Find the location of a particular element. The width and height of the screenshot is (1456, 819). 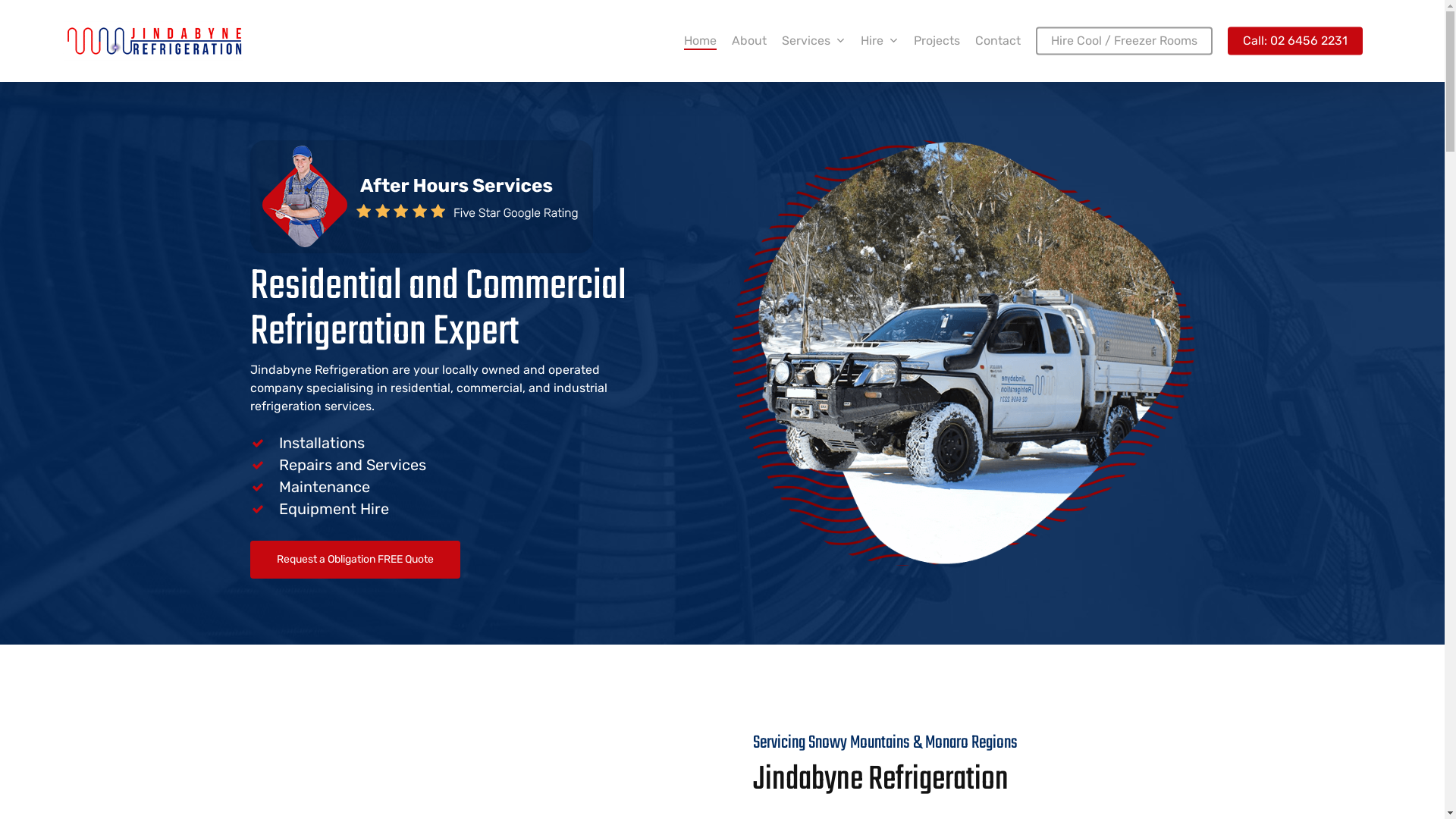

'Services' is located at coordinates (813, 40).